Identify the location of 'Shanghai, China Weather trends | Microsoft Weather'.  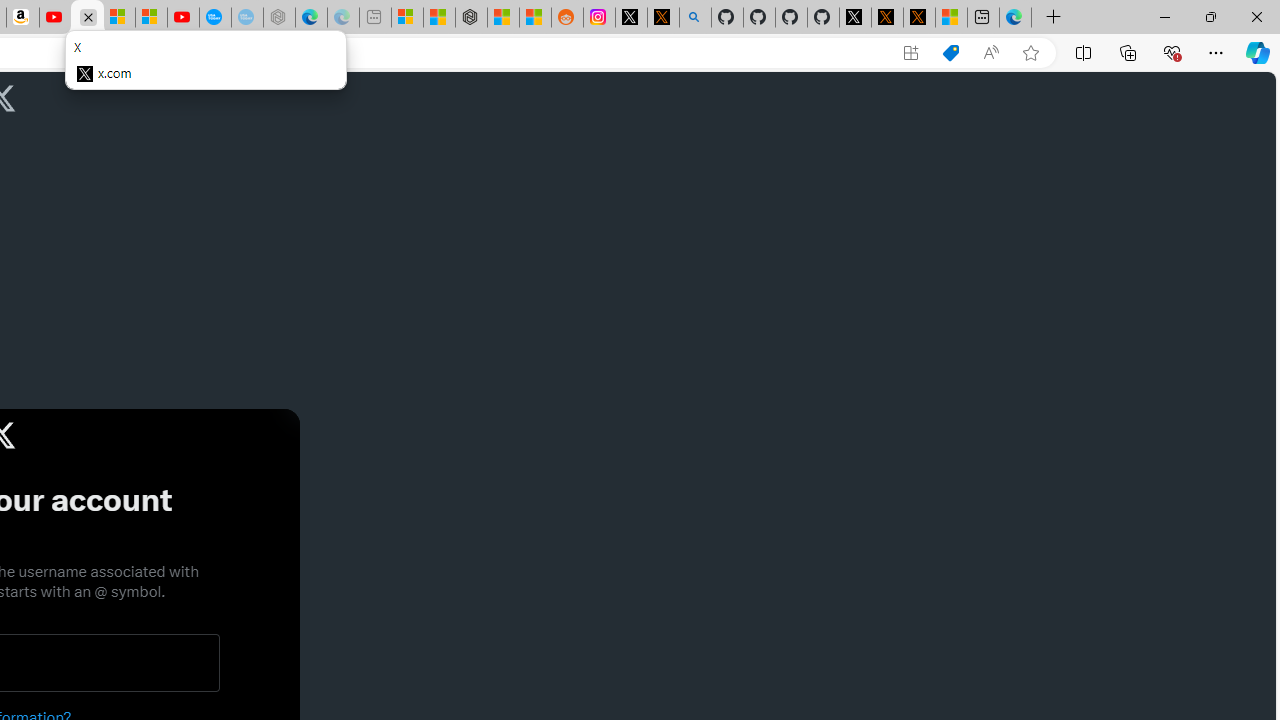
(535, 17).